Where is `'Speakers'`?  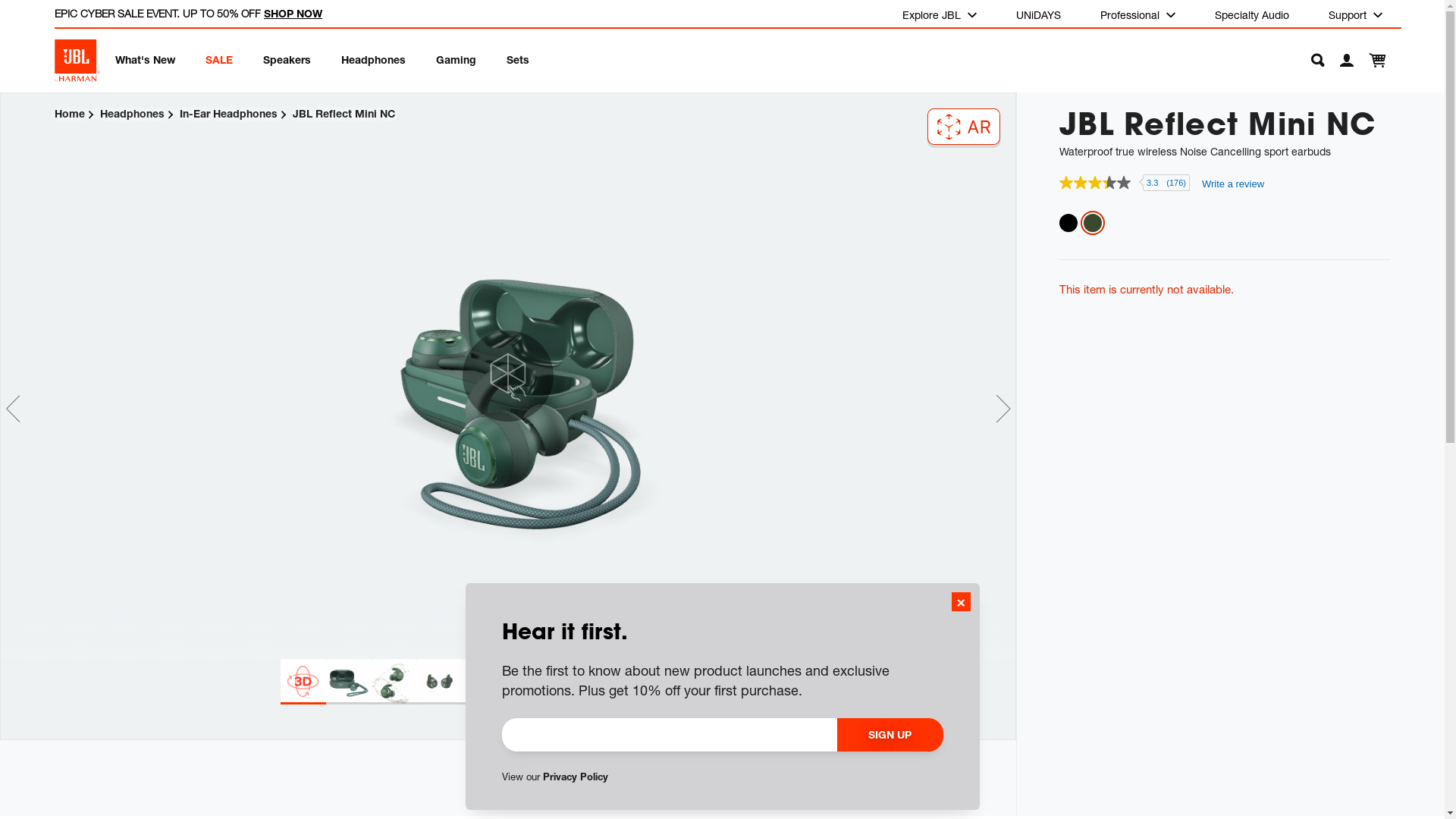 'Speakers' is located at coordinates (262, 58).